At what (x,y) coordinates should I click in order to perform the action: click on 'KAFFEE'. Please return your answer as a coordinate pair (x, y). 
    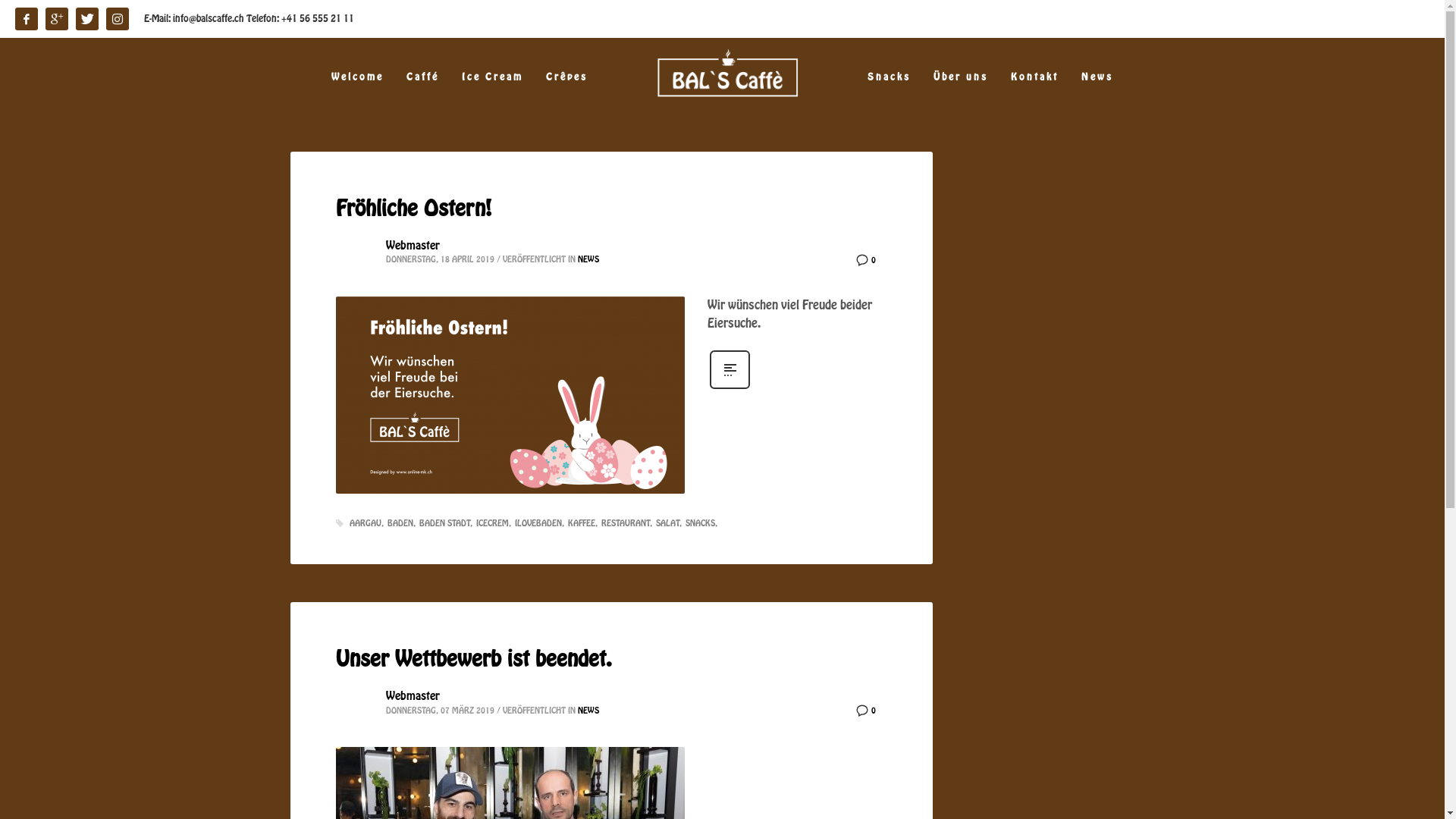
    Looking at the image, I should click on (581, 522).